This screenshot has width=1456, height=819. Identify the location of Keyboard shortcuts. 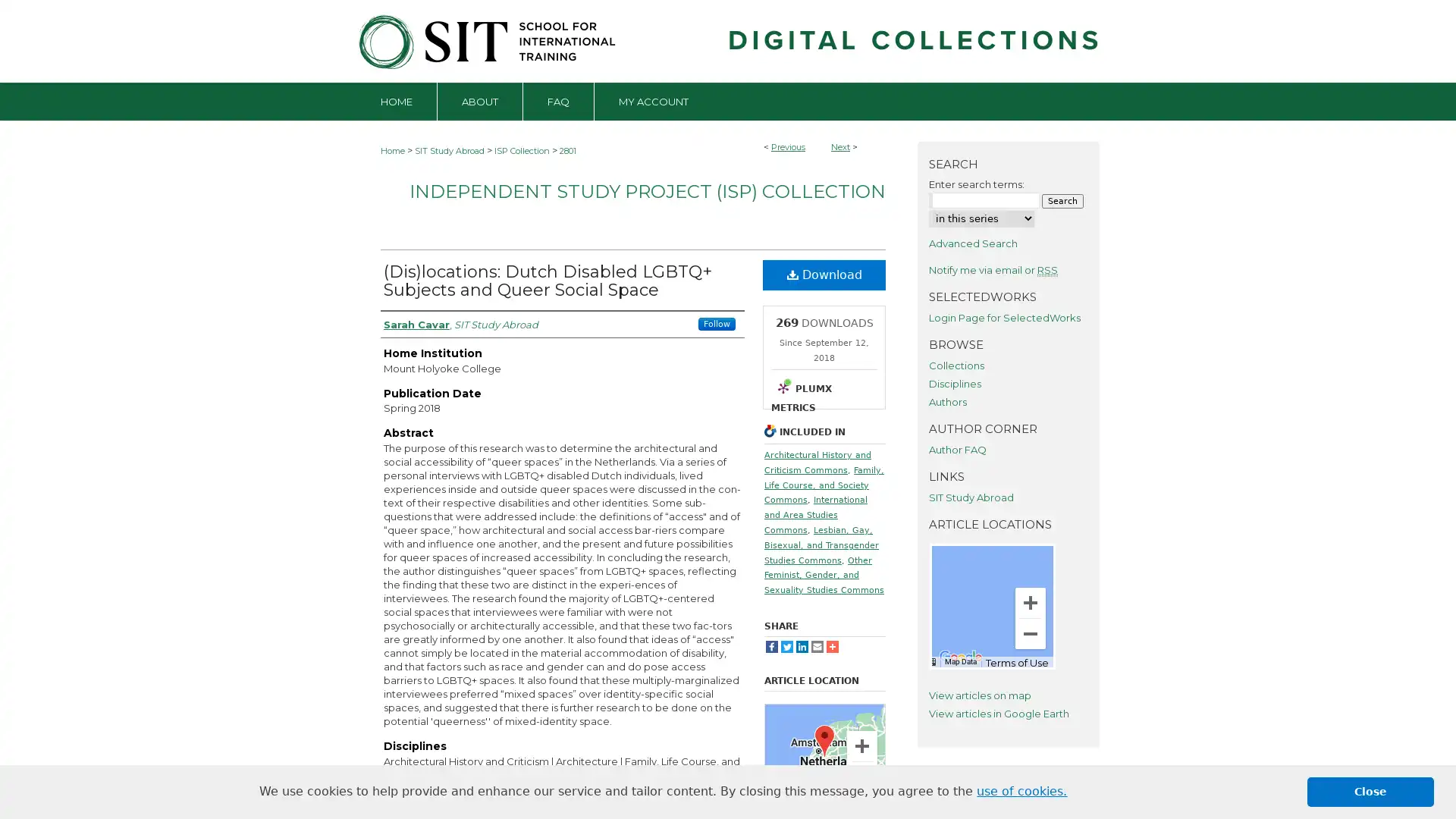
(928, 660).